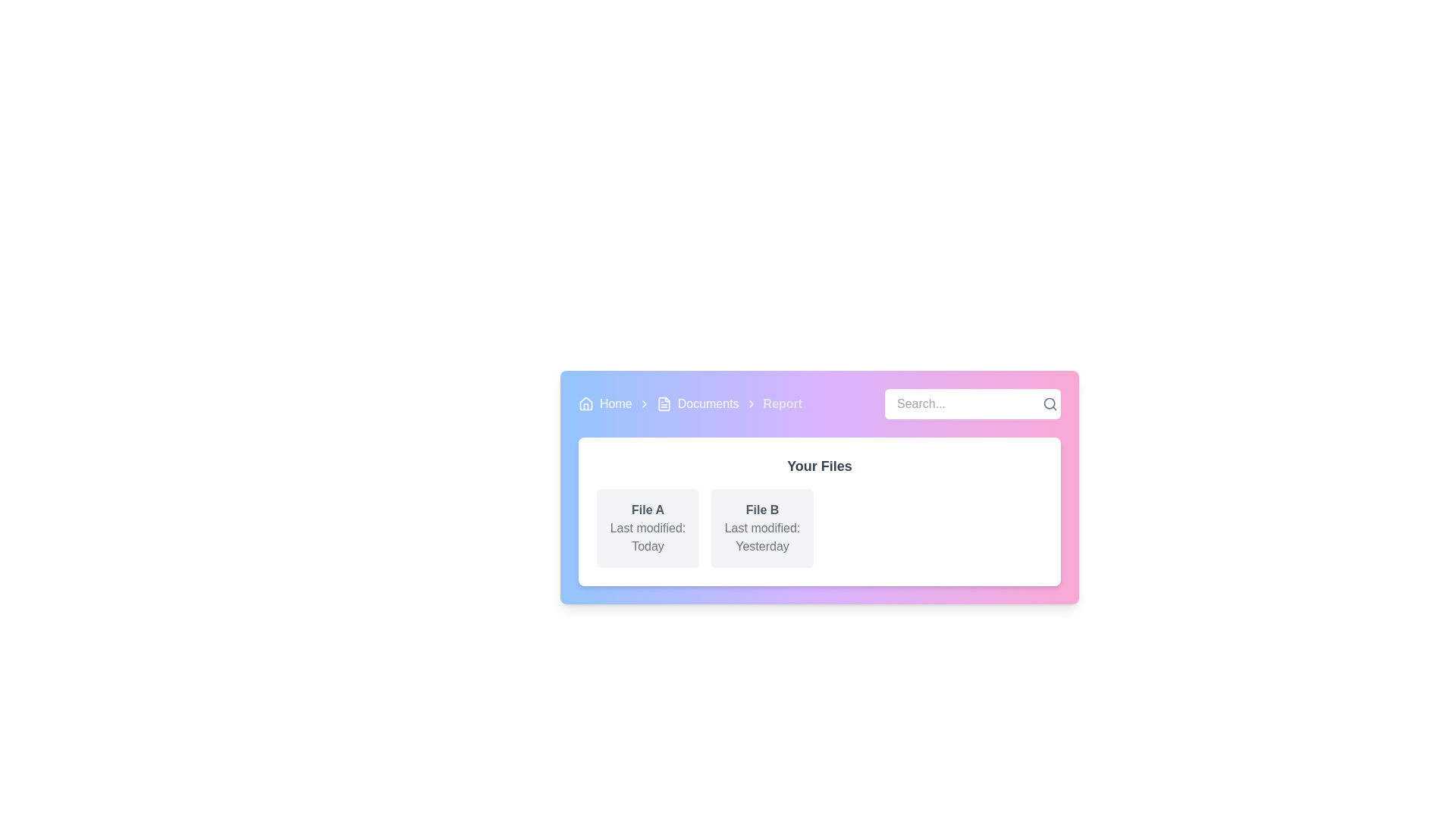  What do you see at coordinates (689, 403) in the screenshot?
I see `the Breadcrumb item labeled 'Documents' in the navigation bar, which indicates the user's current location in the interface` at bounding box center [689, 403].